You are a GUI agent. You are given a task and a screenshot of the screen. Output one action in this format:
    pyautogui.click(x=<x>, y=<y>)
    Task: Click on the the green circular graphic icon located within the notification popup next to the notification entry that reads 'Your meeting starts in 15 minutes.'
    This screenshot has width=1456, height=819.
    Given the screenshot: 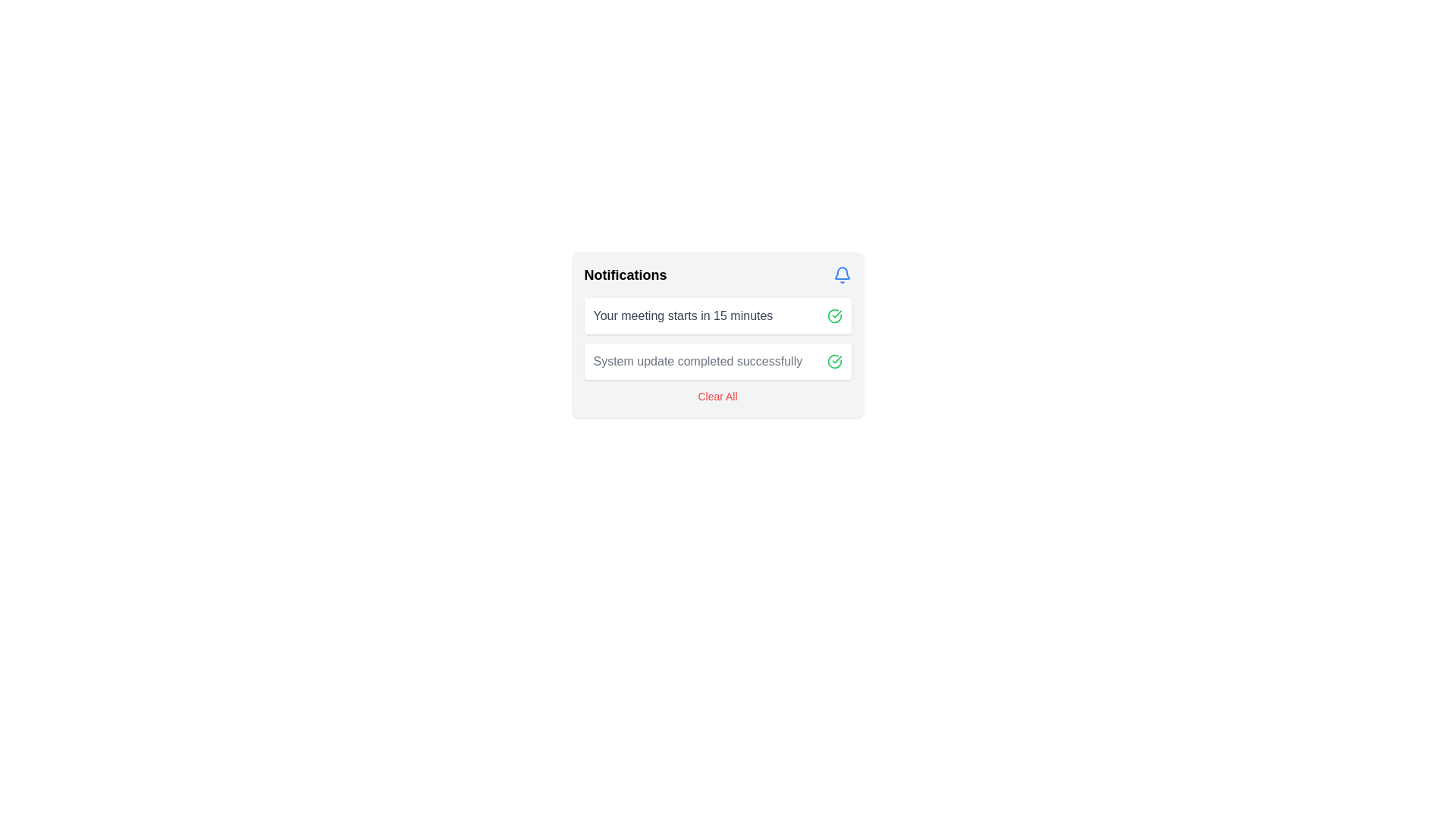 What is the action you would take?
    pyautogui.click(x=833, y=362)
    